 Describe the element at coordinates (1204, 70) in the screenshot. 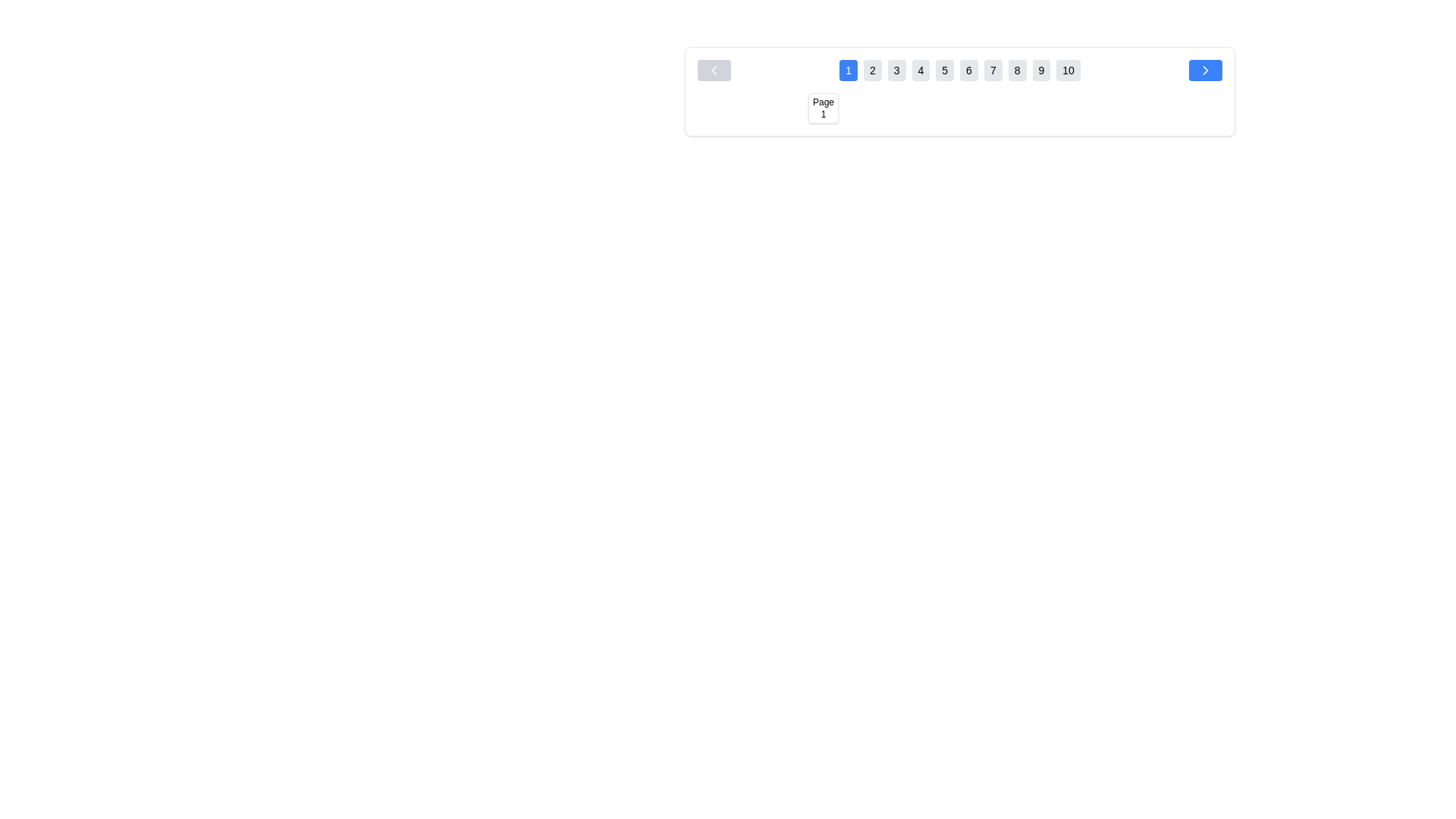

I see `the right-pointing chevron icon, which is styled with a thin outline and located at the center of a rounded blue button on the far-right side of the navigation interface` at that location.